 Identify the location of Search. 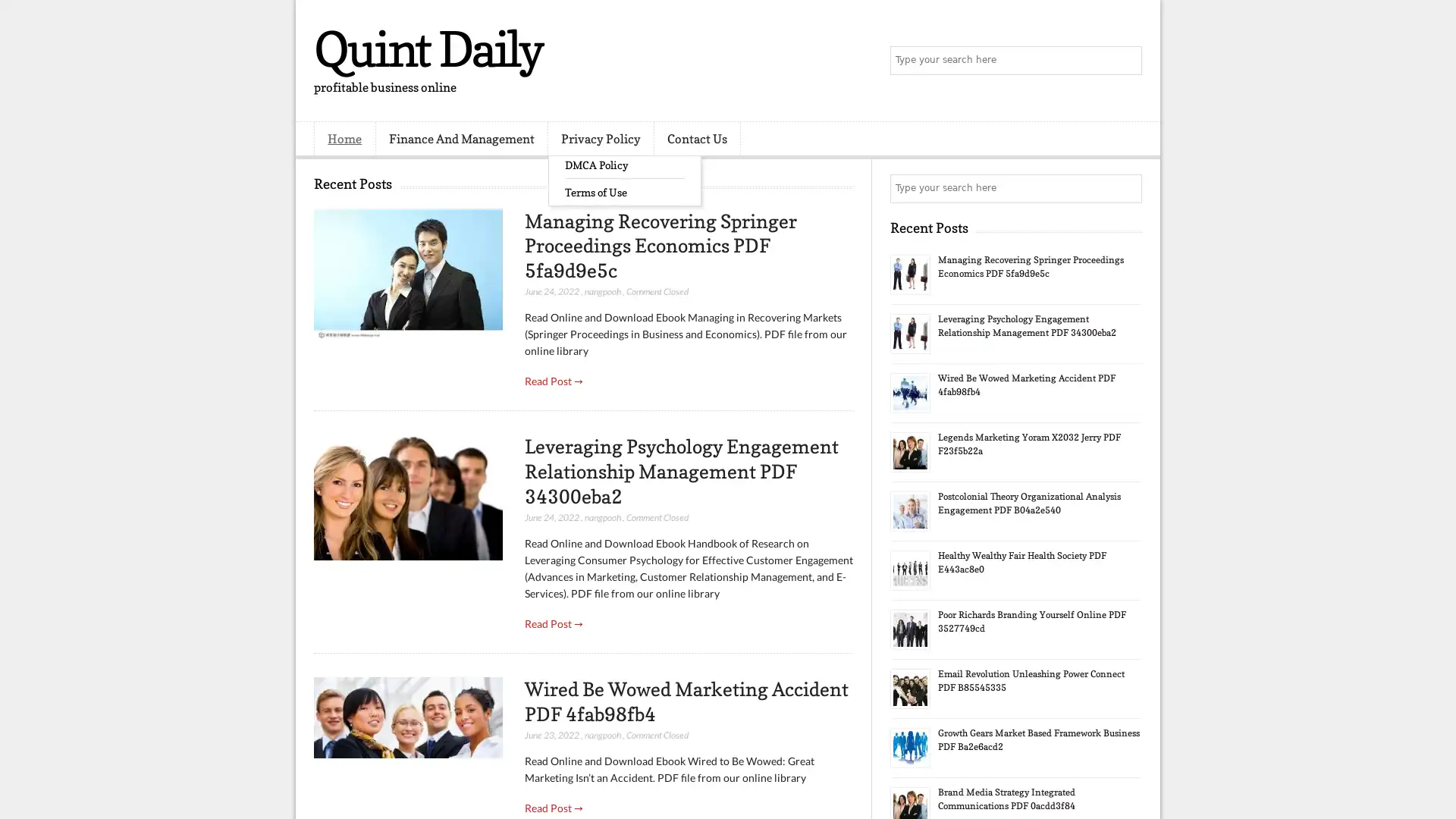
(1126, 188).